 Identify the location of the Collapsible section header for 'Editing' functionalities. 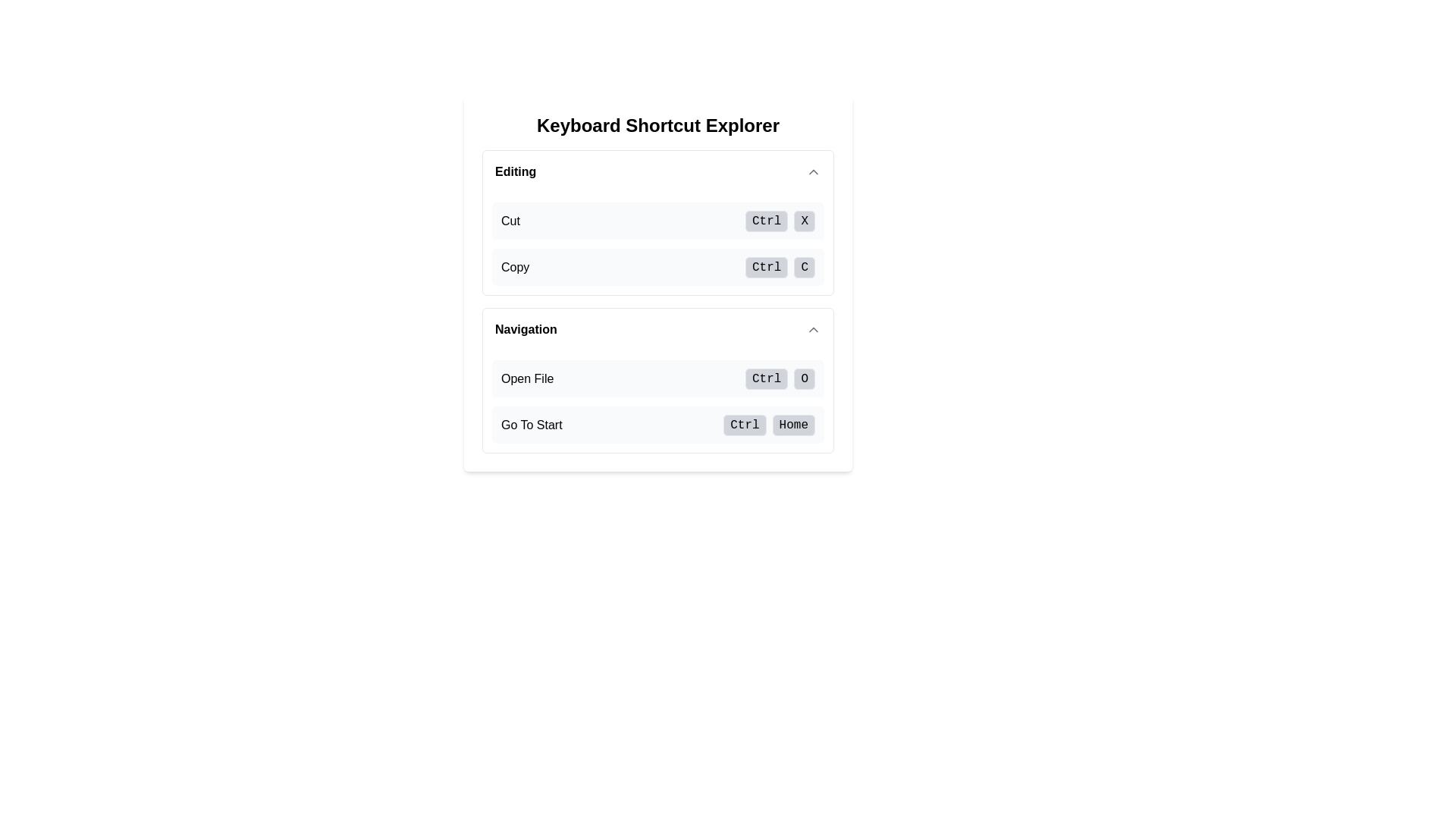
(658, 171).